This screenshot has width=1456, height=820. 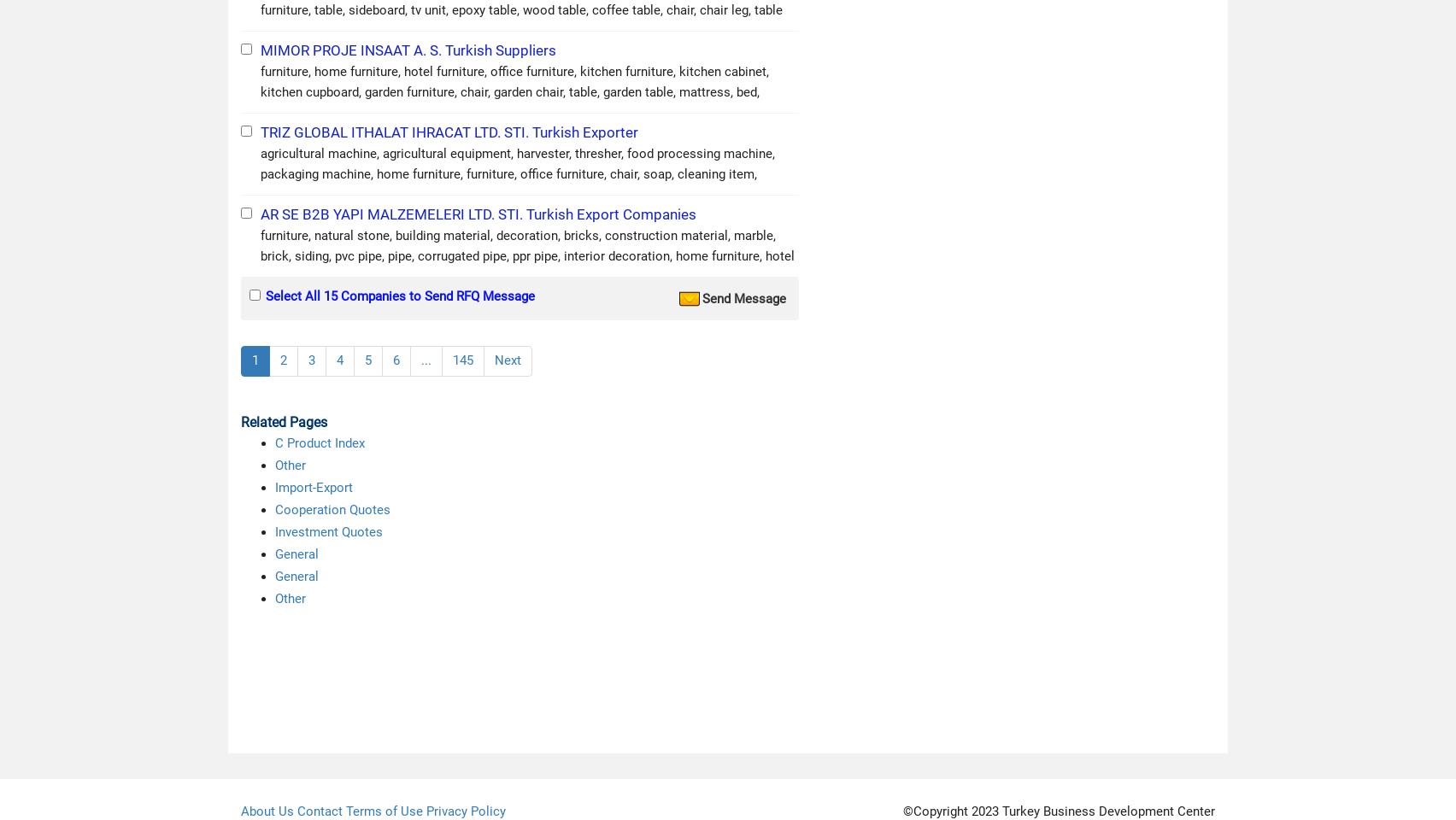 I want to click on 'TRIZ GLOBAL ITHALAT IHRACAT LTD. STI. Turkish Exporter', so click(x=449, y=132).